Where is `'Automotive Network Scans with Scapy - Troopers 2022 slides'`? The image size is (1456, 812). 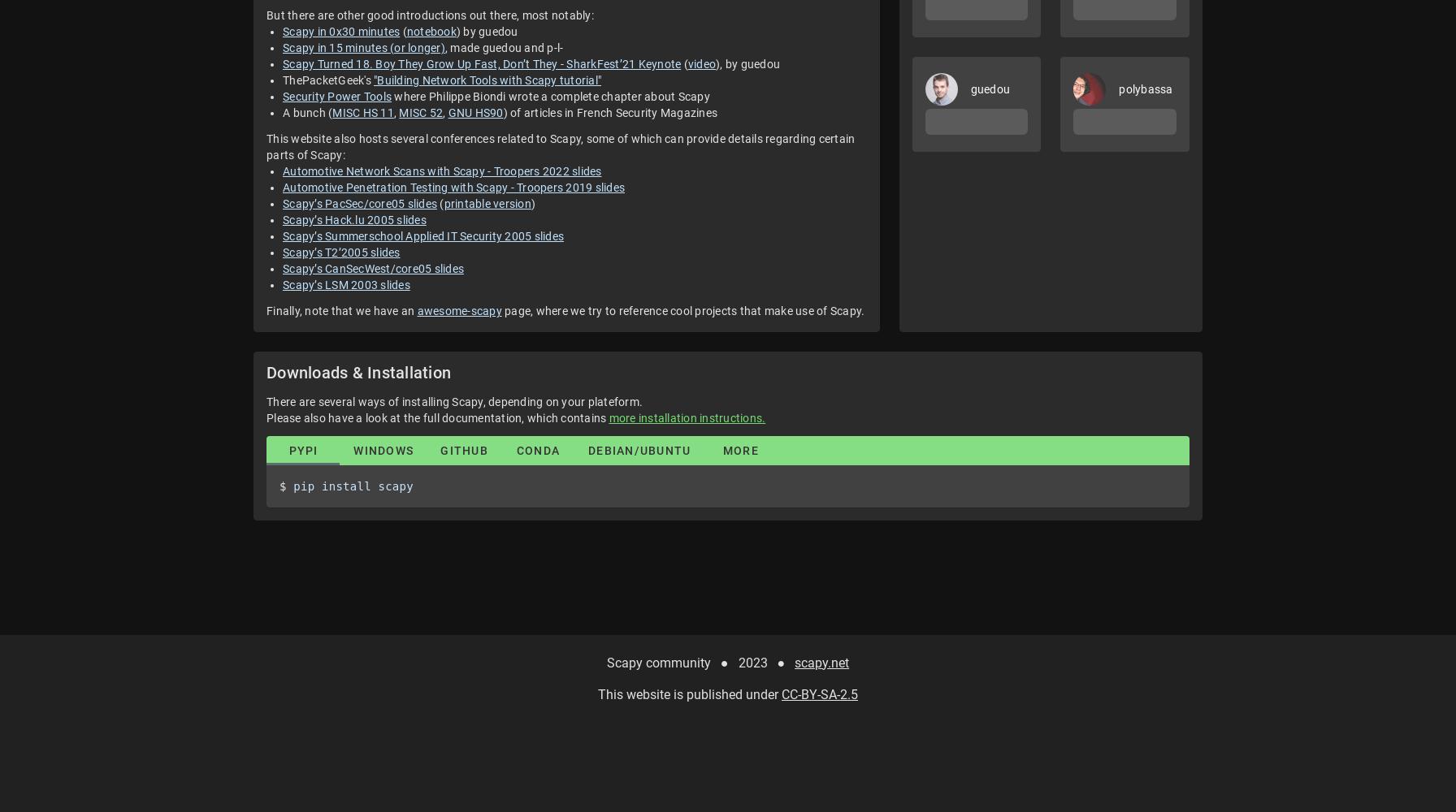
'Automotive Network Scans with Scapy - Troopers 2022 slides' is located at coordinates (442, 171).